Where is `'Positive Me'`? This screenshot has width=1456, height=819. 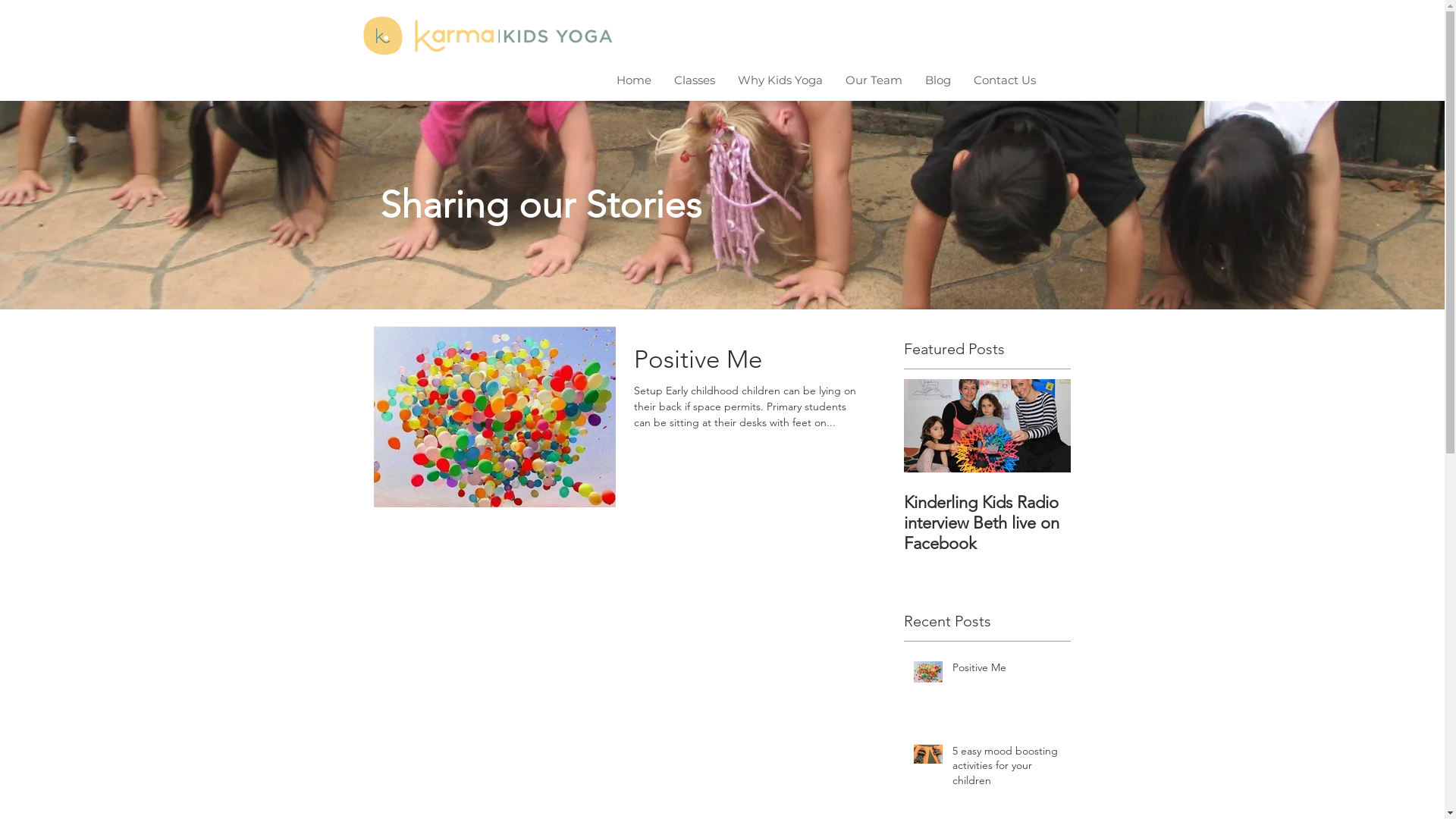
'Positive Me' is located at coordinates (748, 363).